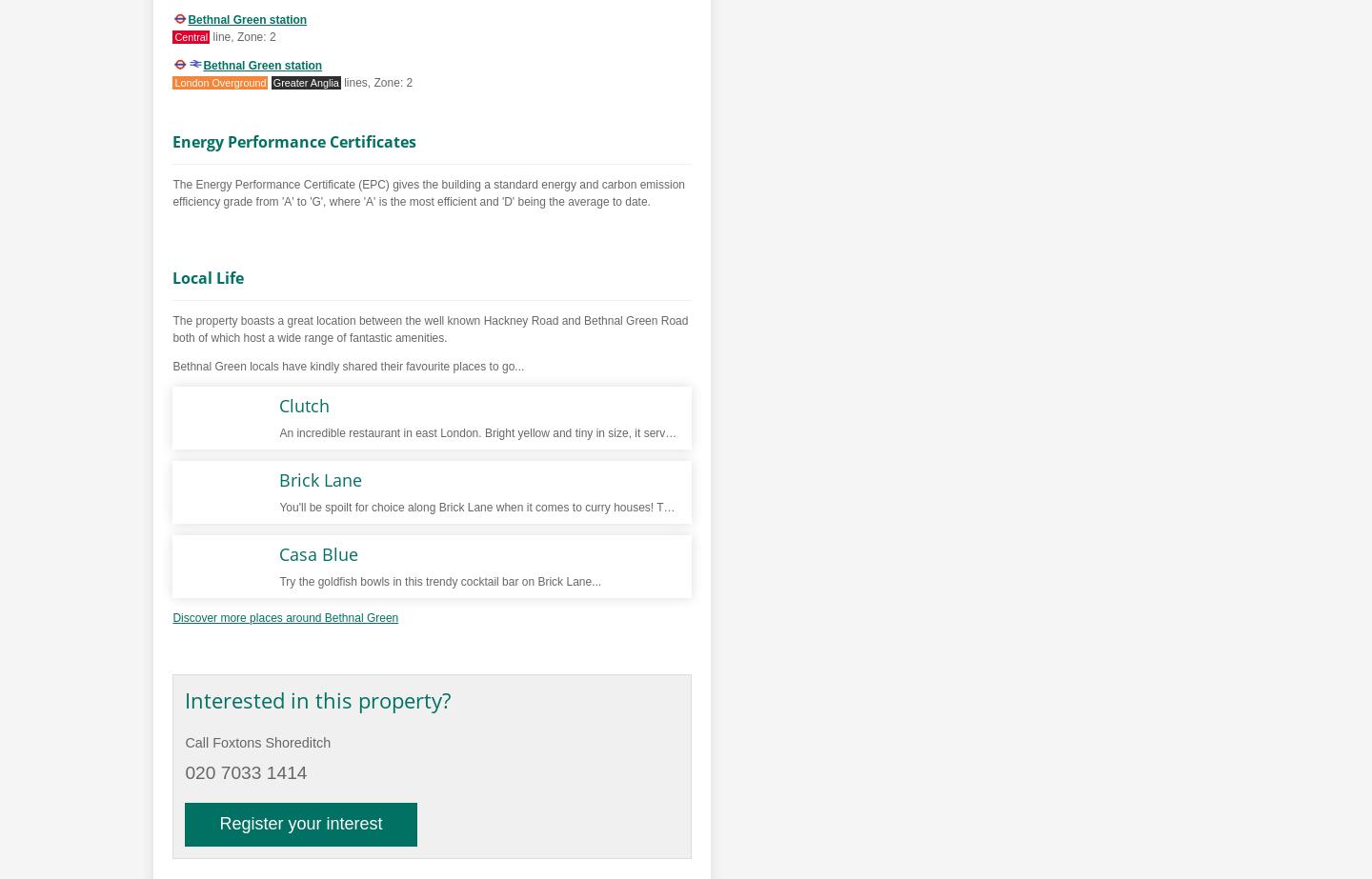 Image resolution: width=1372 pixels, height=879 pixels. I want to click on 'The Energy Performance Certificate (EPC) gives the building a standard energy and carbon emission efficiency grade from 'A' to 'G', where 'A' is the most efficient and 'D' being the average to date.', so click(429, 192).